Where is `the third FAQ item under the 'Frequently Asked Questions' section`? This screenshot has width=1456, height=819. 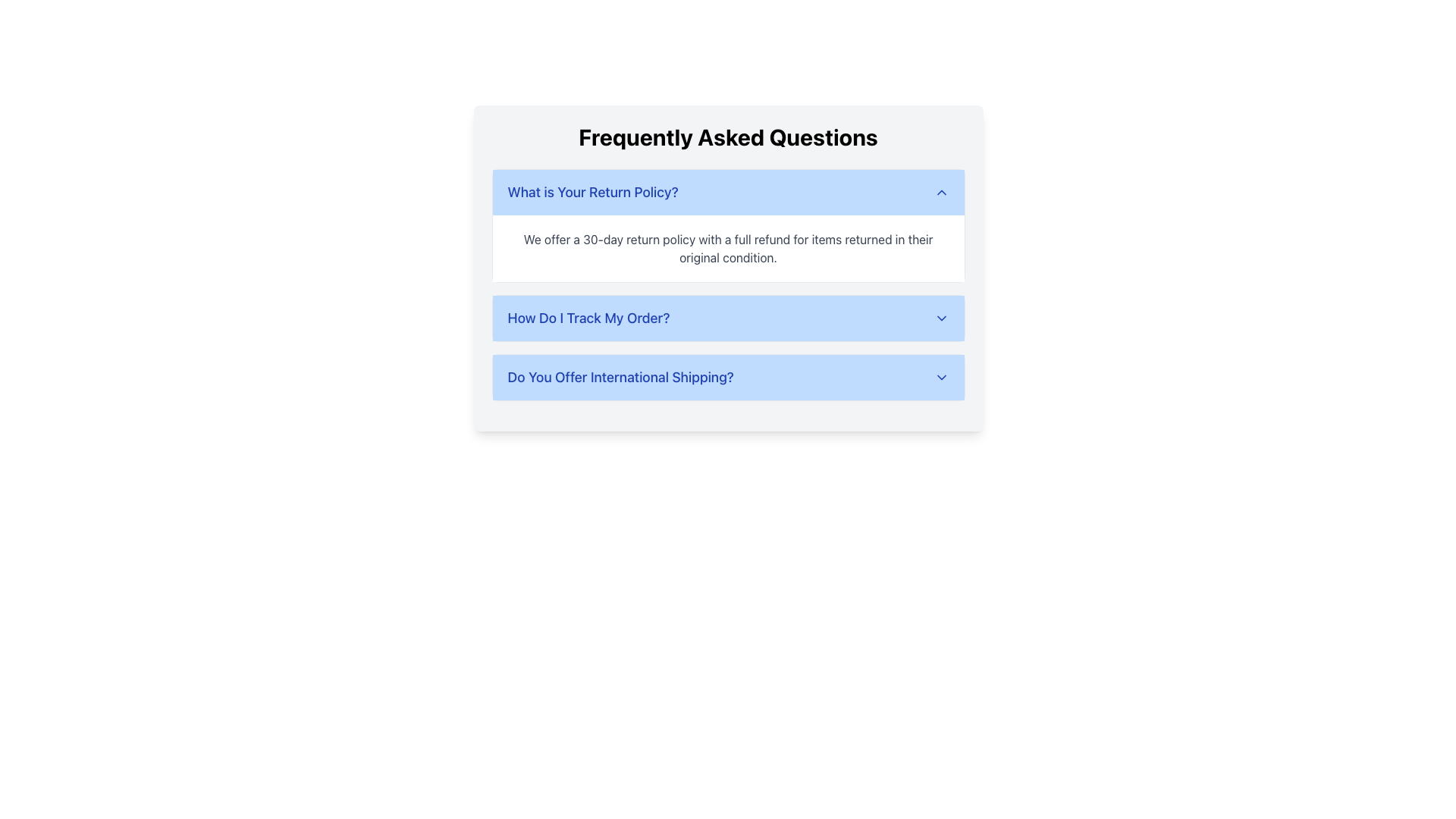
the third FAQ item under the 'Frequently Asked Questions' section is located at coordinates (728, 376).